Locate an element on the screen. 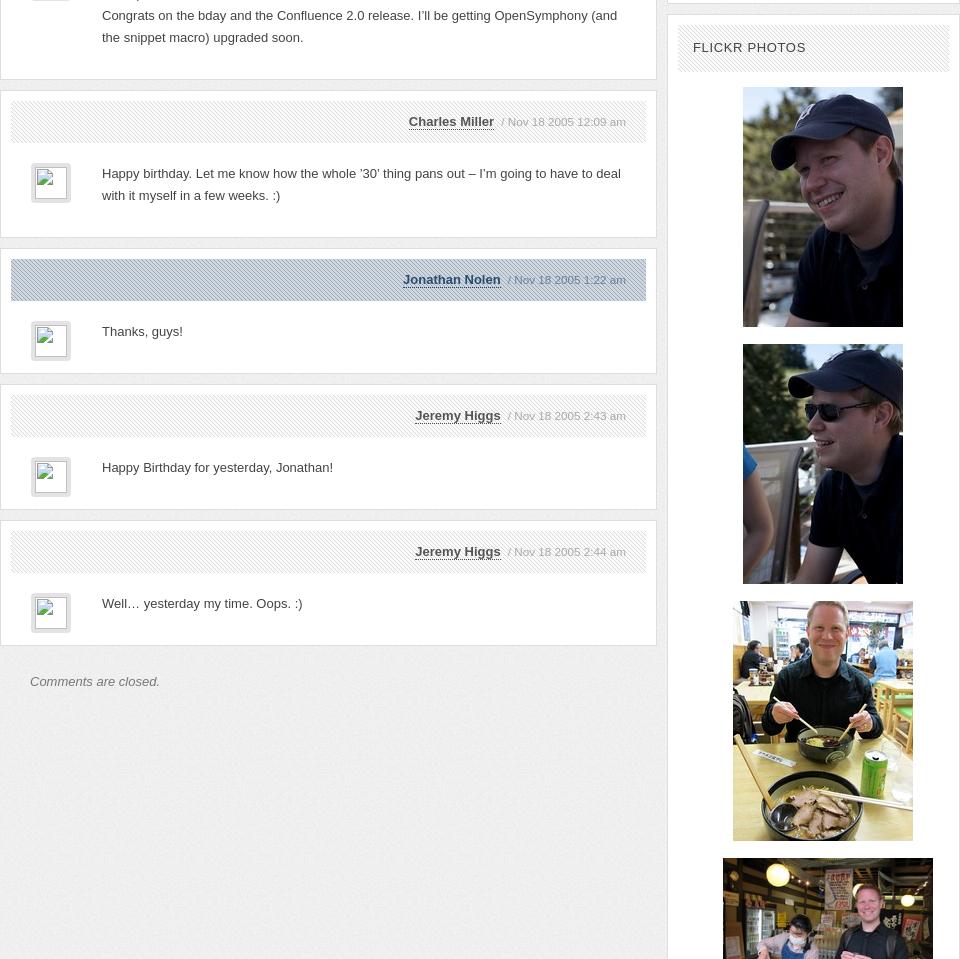 This screenshot has height=959, width=960. '/ Nov 18 2005 2:44 am' is located at coordinates (505, 550).